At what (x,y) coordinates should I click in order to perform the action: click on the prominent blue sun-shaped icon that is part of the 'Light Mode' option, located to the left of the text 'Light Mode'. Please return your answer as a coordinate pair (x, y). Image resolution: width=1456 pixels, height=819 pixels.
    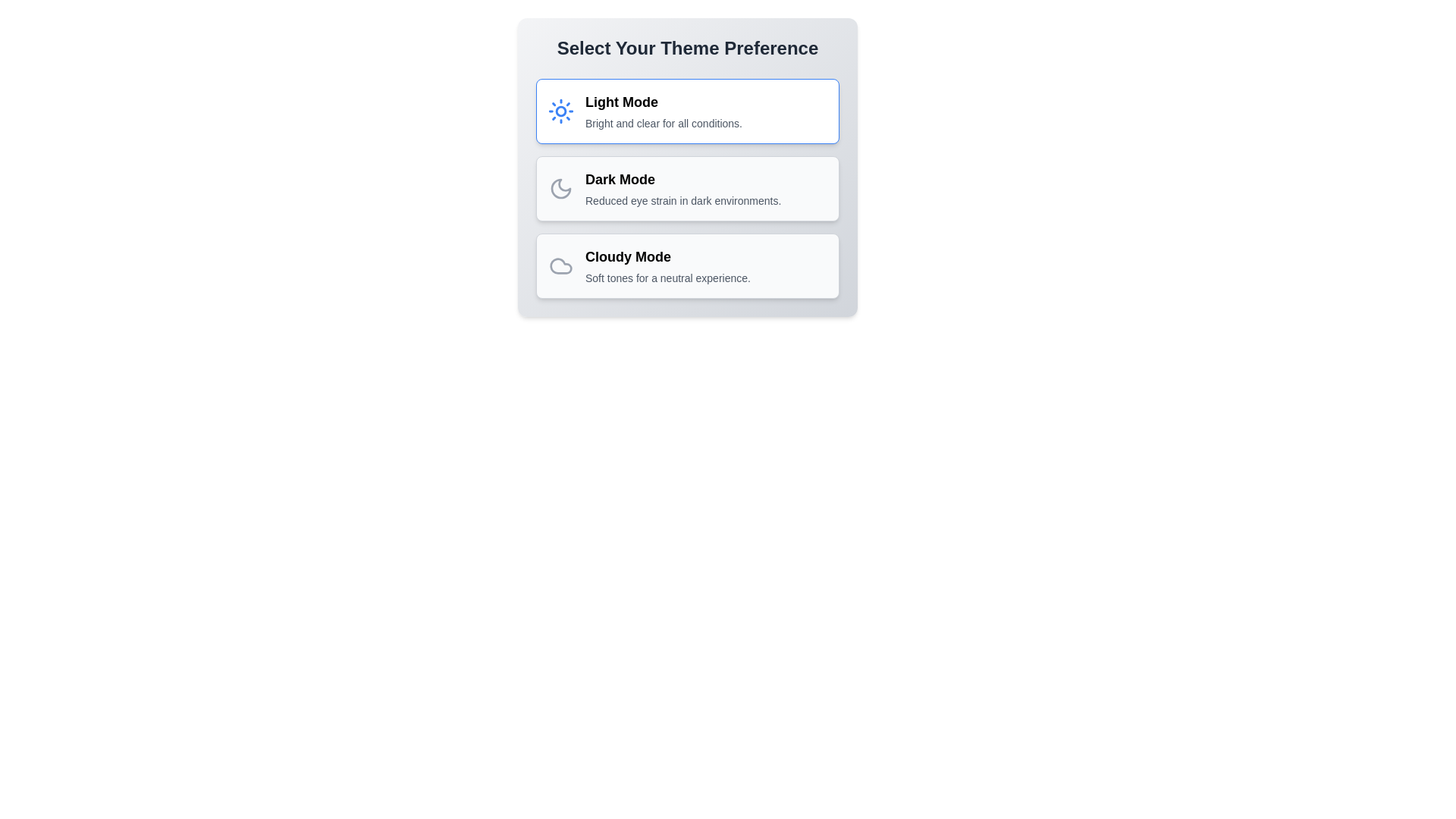
    Looking at the image, I should click on (560, 110).